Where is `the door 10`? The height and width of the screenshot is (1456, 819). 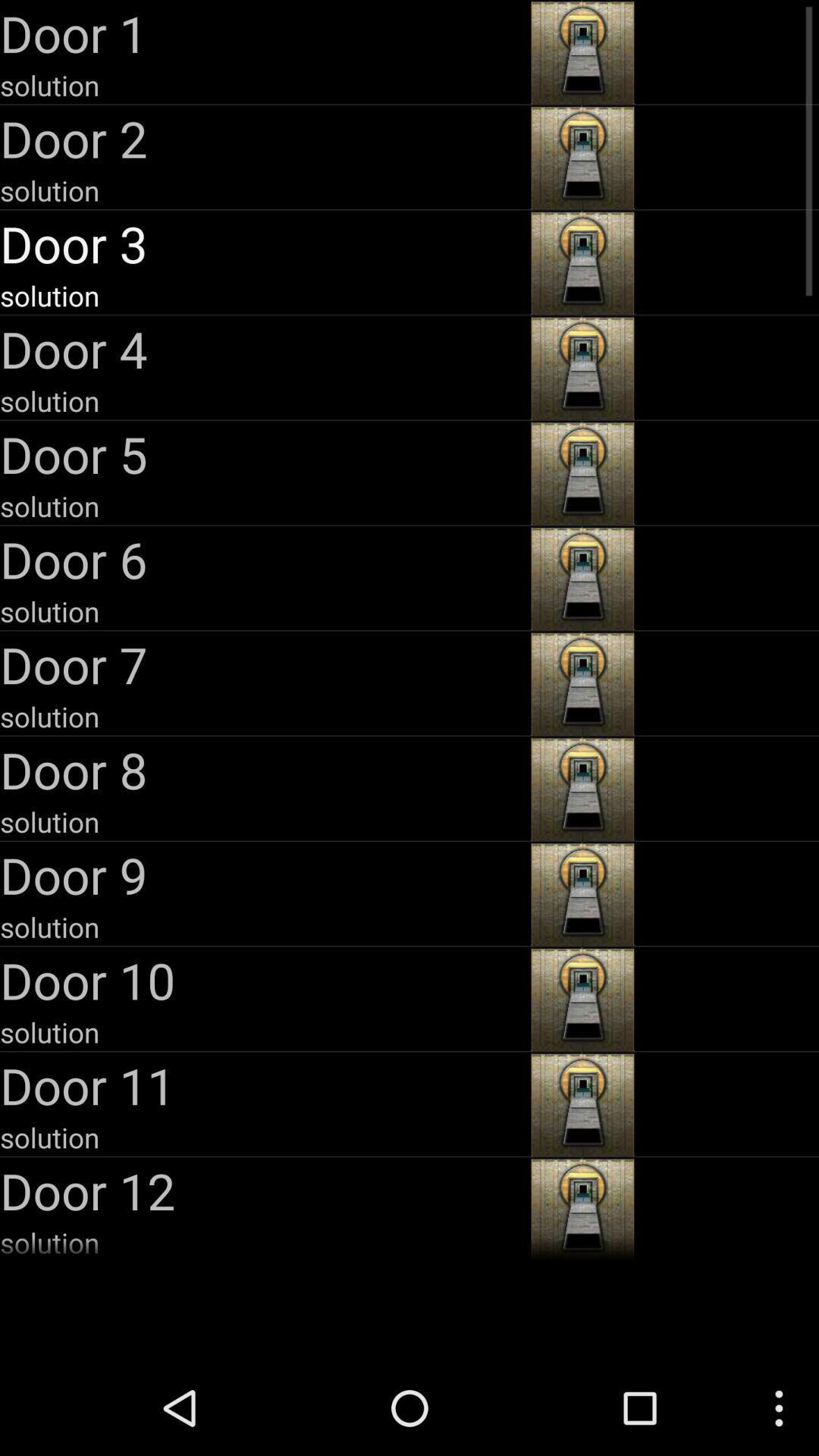 the door 10 is located at coordinates (262, 980).